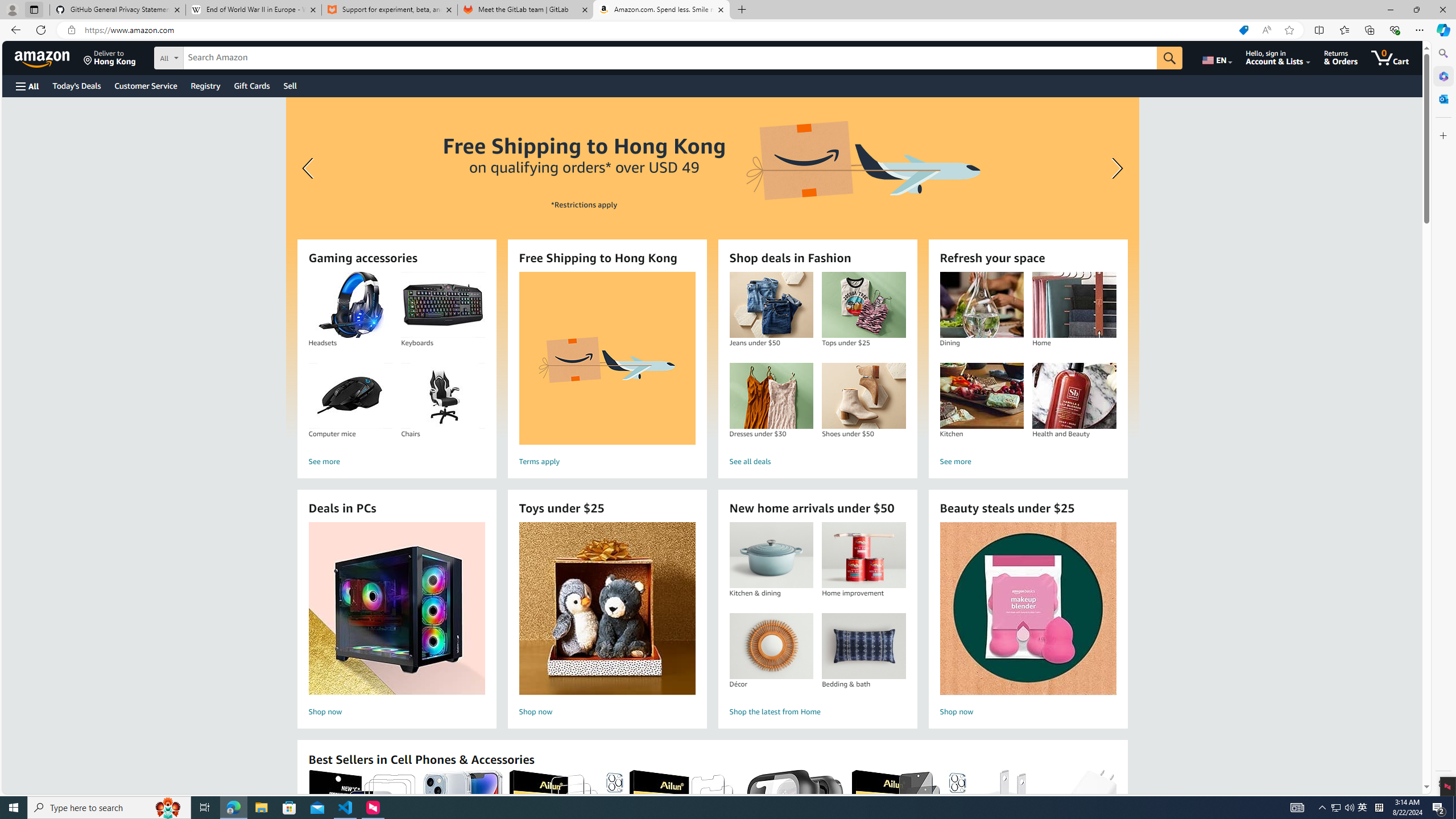  What do you see at coordinates (817, 461) in the screenshot?
I see `'See all deals'` at bounding box center [817, 461].